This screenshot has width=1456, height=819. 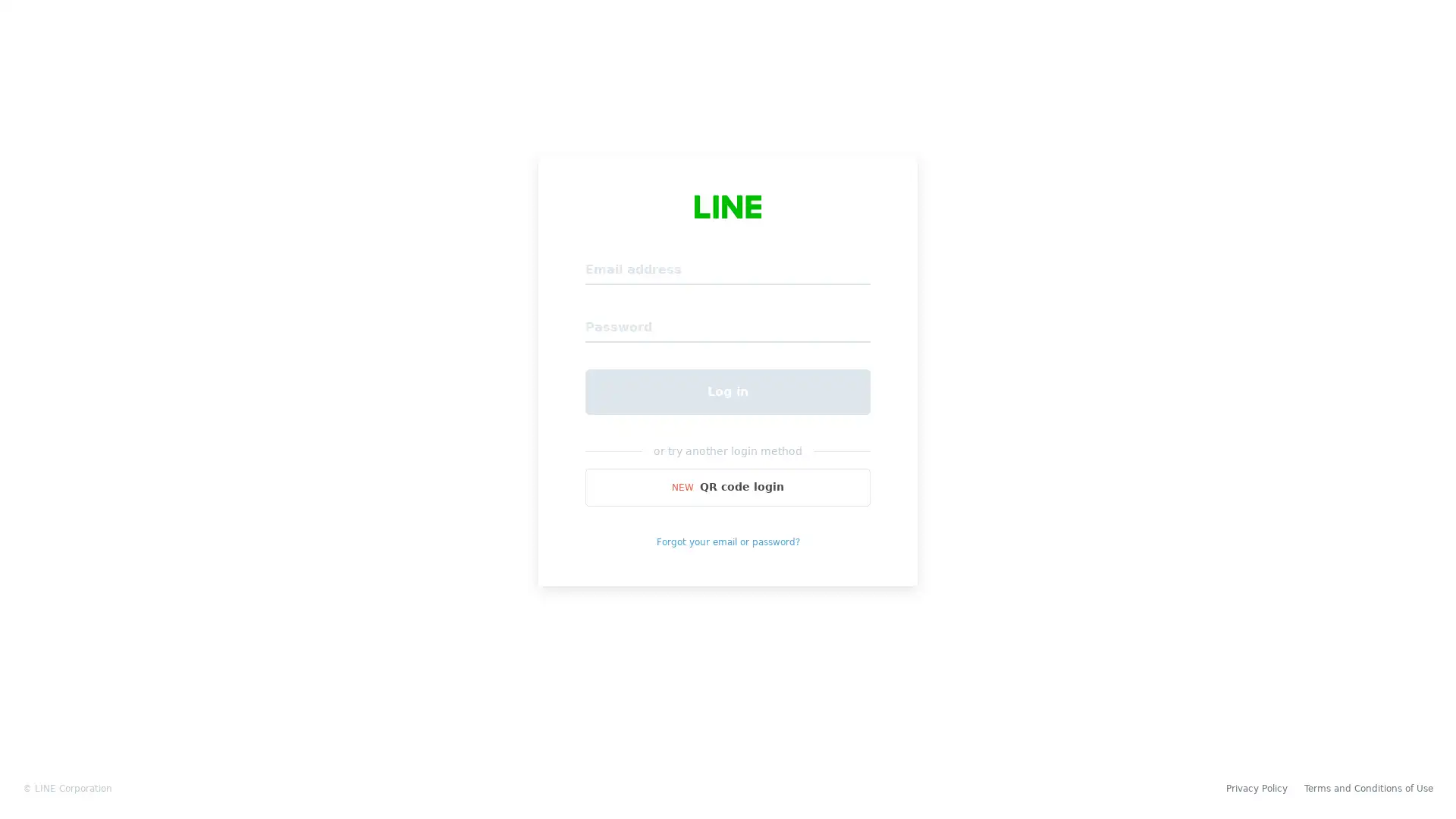 What do you see at coordinates (728, 541) in the screenshot?
I see `Forgot your email or password?` at bounding box center [728, 541].